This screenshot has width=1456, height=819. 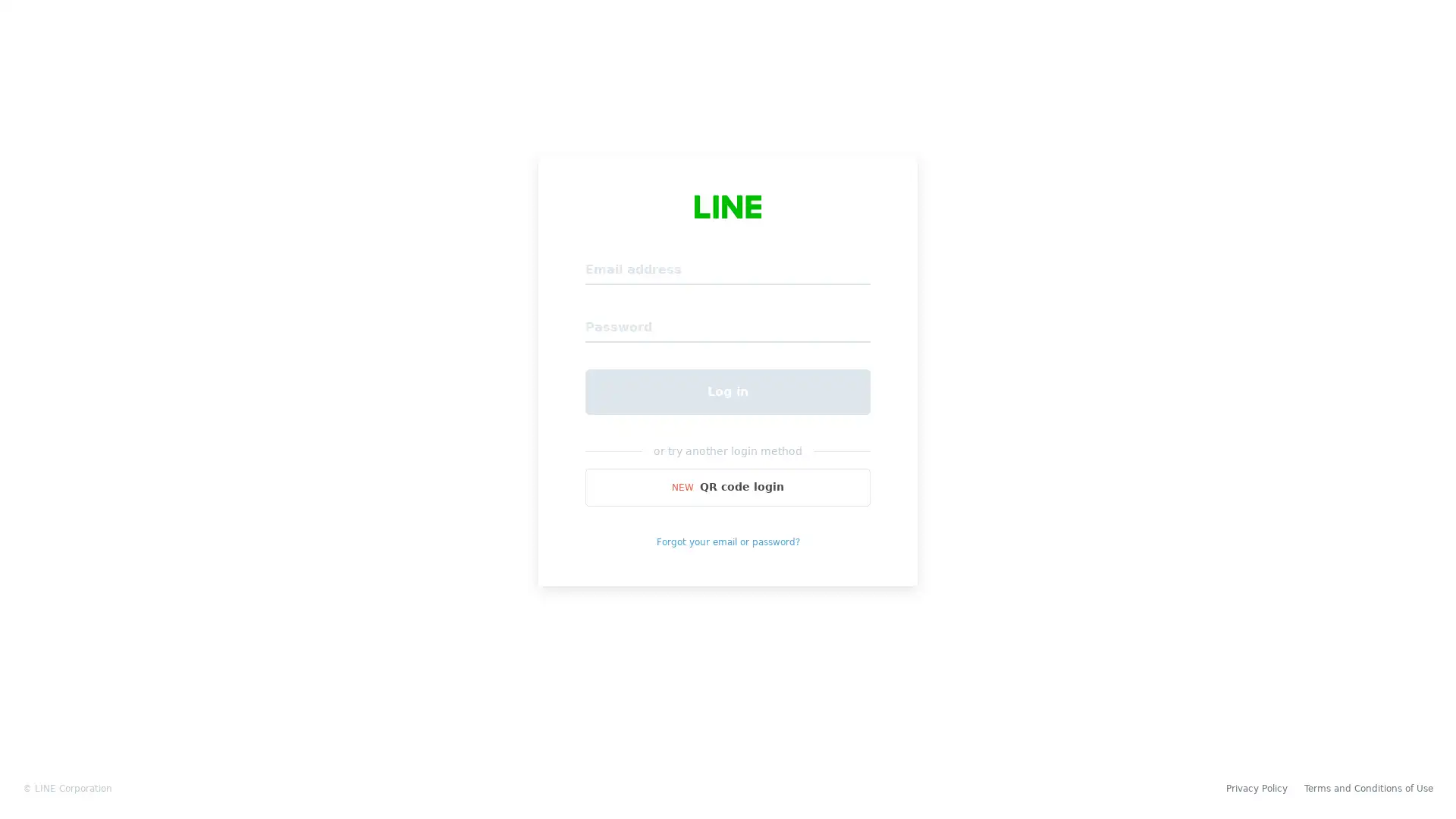 What do you see at coordinates (728, 541) in the screenshot?
I see `Forgot your email or password?` at bounding box center [728, 541].